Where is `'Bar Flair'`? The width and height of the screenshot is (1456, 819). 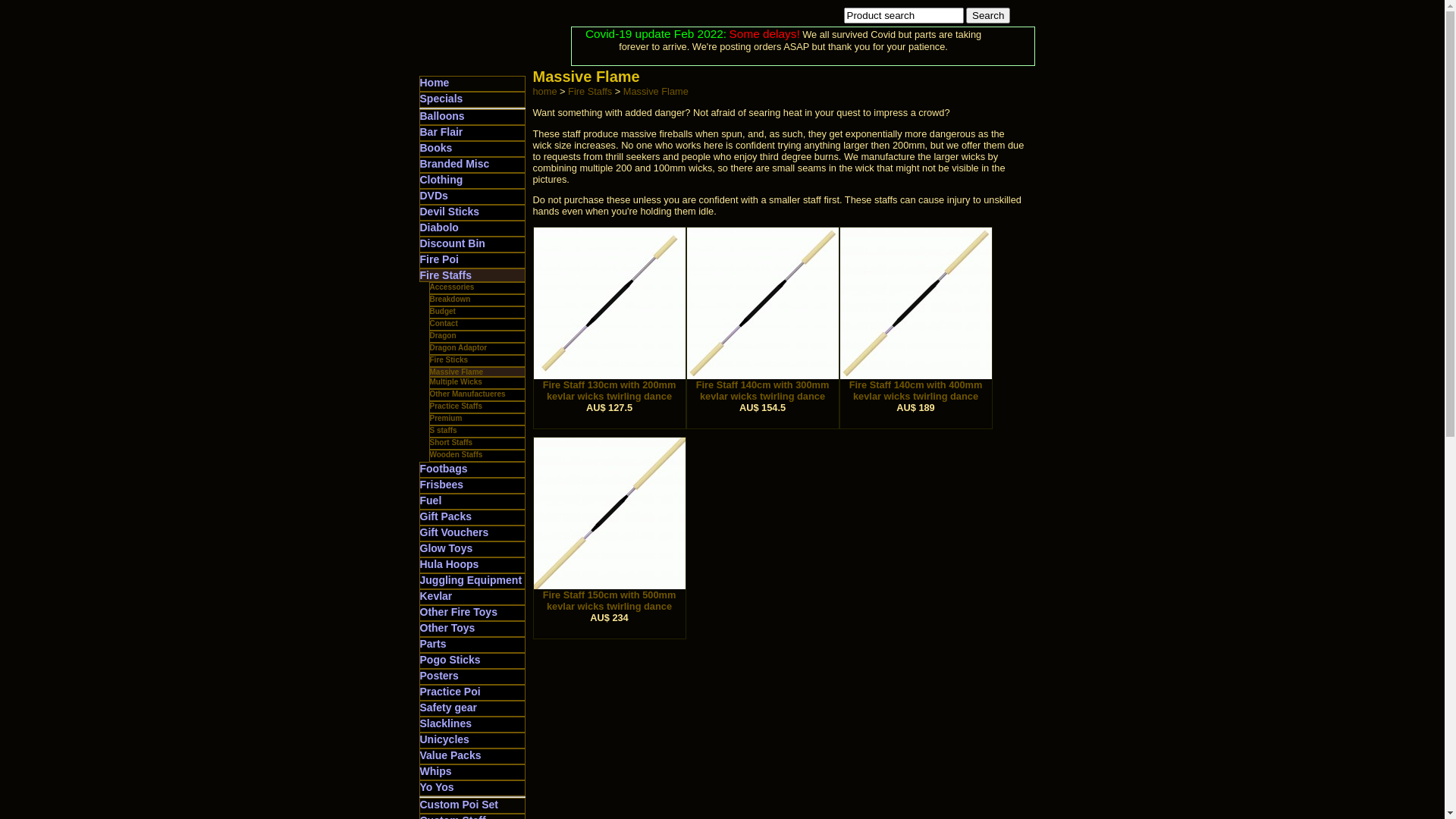 'Bar Flair' is located at coordinates (441, 130).